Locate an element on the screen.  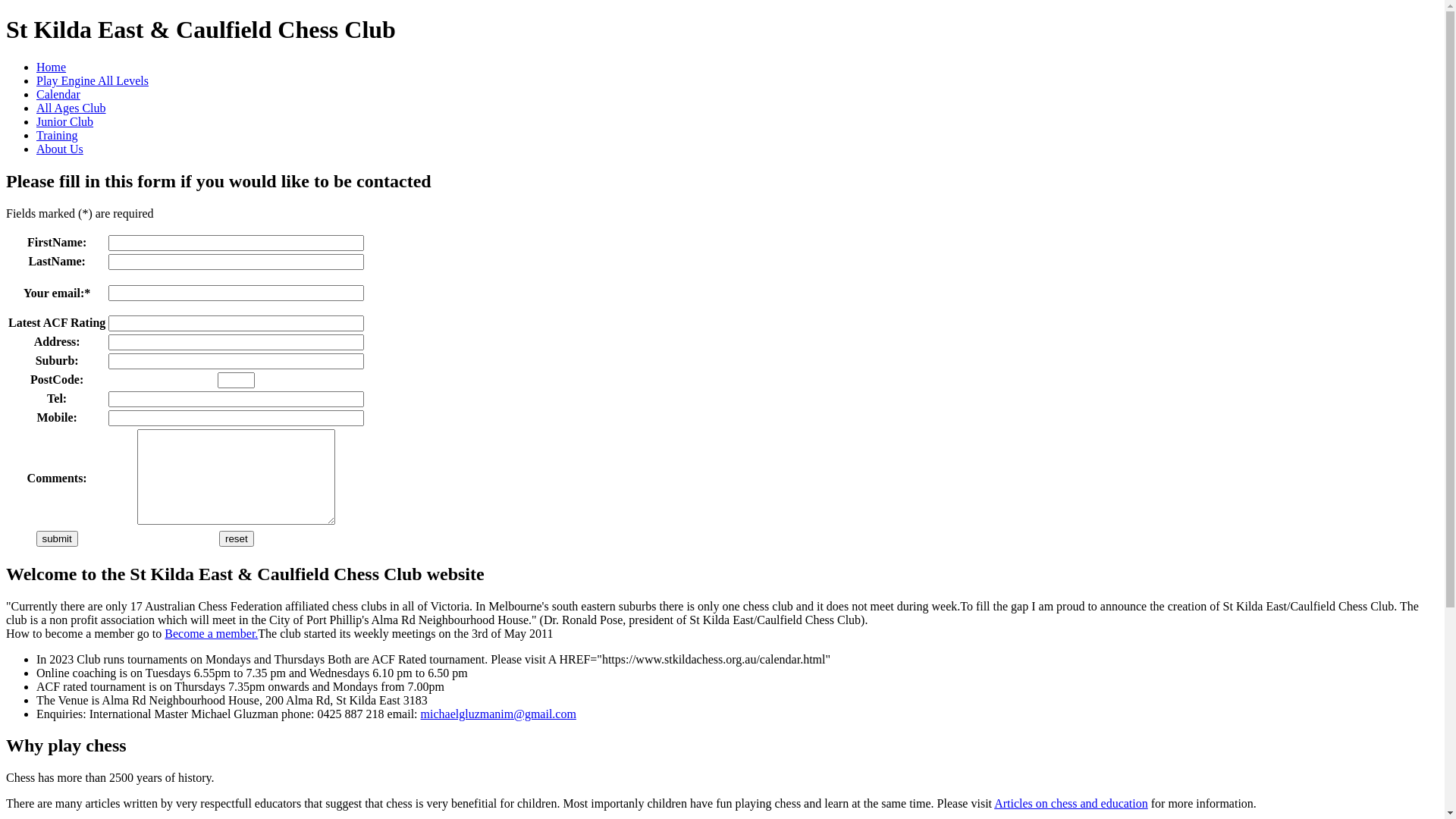
'Training' is located at coordinates (57, 134).